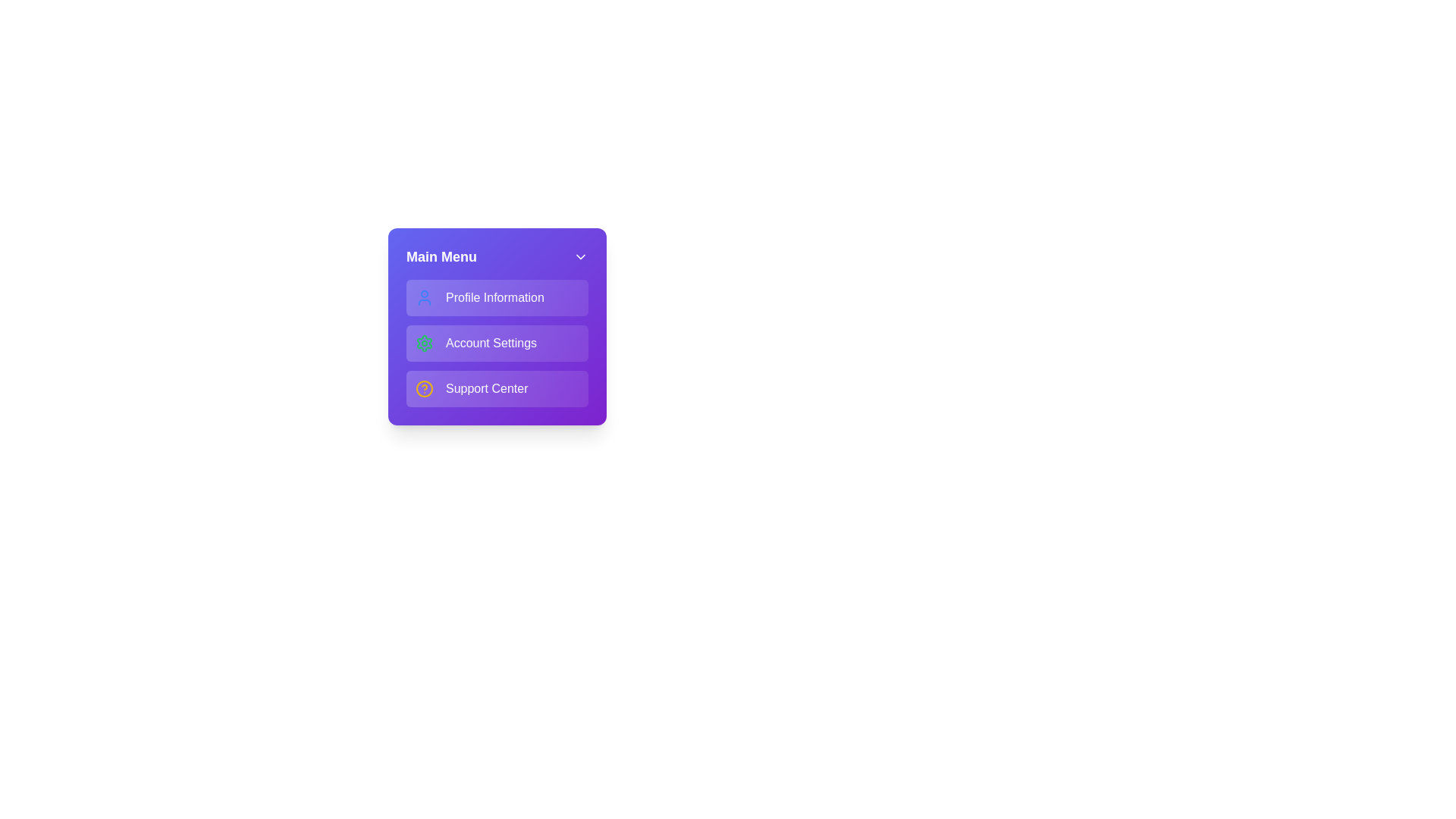 The width and height of the screenshot is (1456, 819). Describe the element at coordinates (497, 343) in the screenshot. I see `the menu item Account Settings` at that location.